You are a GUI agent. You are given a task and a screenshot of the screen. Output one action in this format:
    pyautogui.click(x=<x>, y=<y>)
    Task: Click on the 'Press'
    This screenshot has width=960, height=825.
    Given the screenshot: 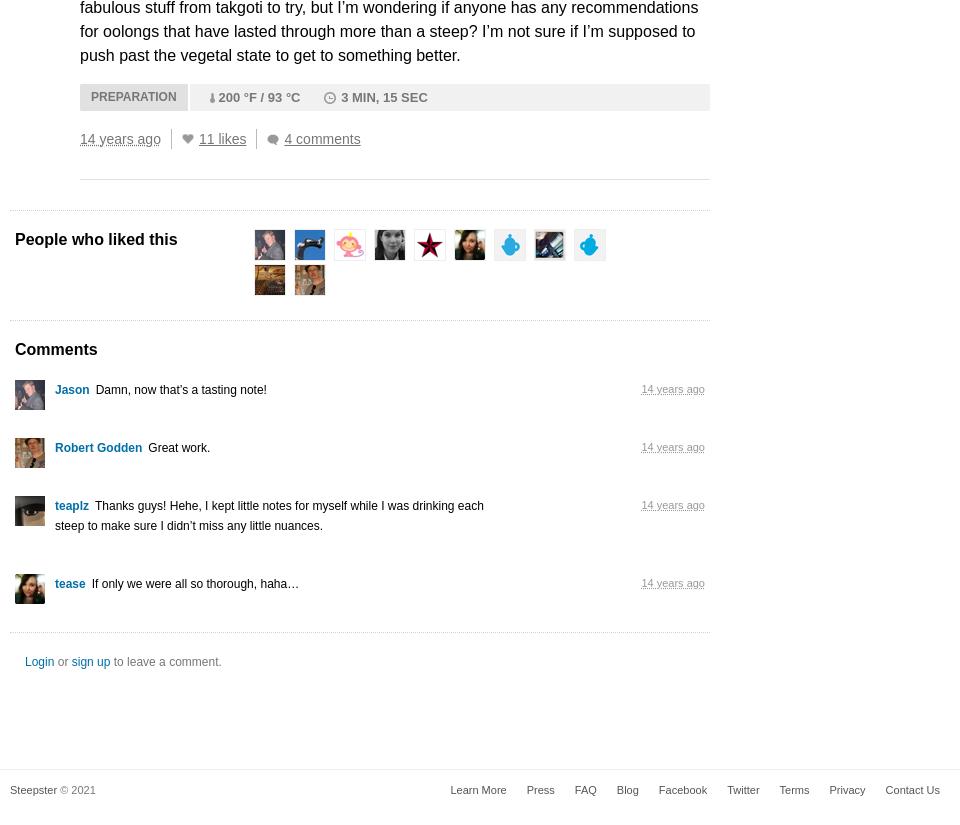 What is the action you would take?
    pyautogui.click(x=539, y=789)
    